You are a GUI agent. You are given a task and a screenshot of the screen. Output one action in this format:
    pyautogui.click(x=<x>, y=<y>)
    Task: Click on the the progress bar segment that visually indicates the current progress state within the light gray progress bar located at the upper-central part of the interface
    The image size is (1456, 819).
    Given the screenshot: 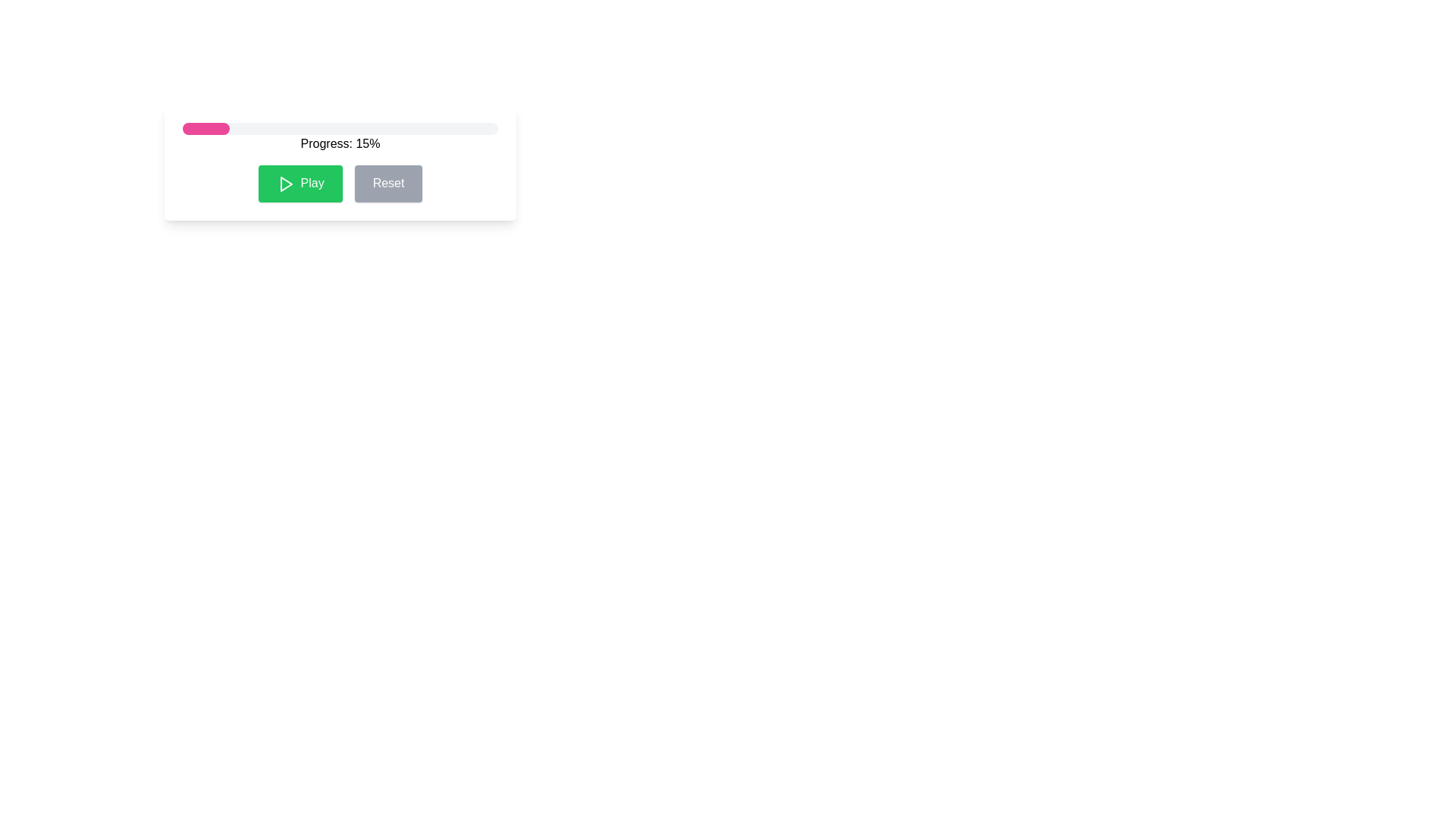 What is the action you would take?
    pyautogui.click(x=206, y=127)
    